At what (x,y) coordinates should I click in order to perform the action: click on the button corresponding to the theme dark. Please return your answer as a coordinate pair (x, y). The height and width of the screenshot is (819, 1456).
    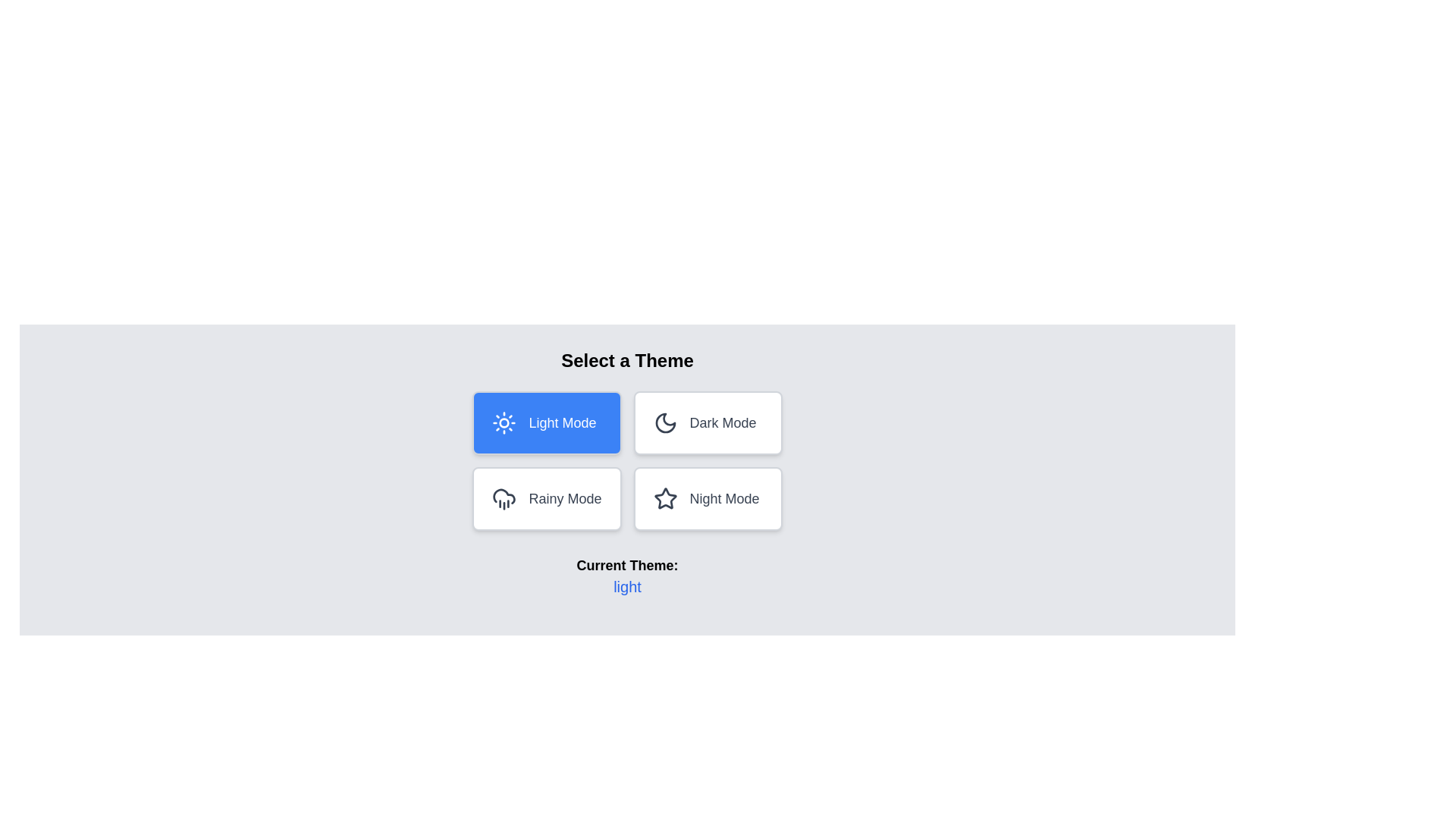
    Looking at the image, I should click on (706, 423).